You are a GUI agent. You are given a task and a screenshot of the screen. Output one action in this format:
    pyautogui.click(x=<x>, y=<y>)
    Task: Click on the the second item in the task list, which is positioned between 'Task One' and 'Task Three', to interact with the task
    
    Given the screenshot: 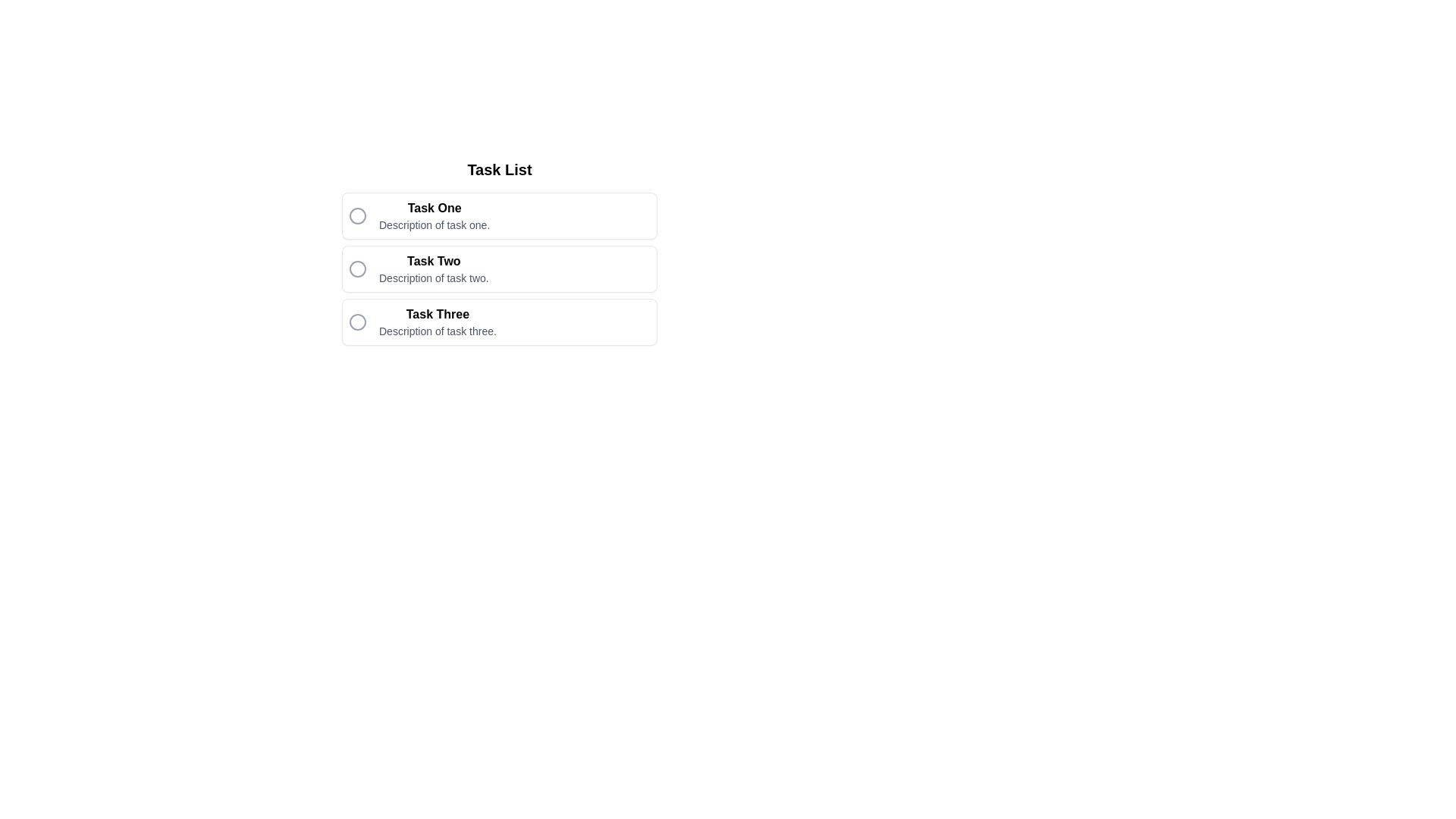 What is the action you would take?
    pyautogui.click(x=499, y=268)
    